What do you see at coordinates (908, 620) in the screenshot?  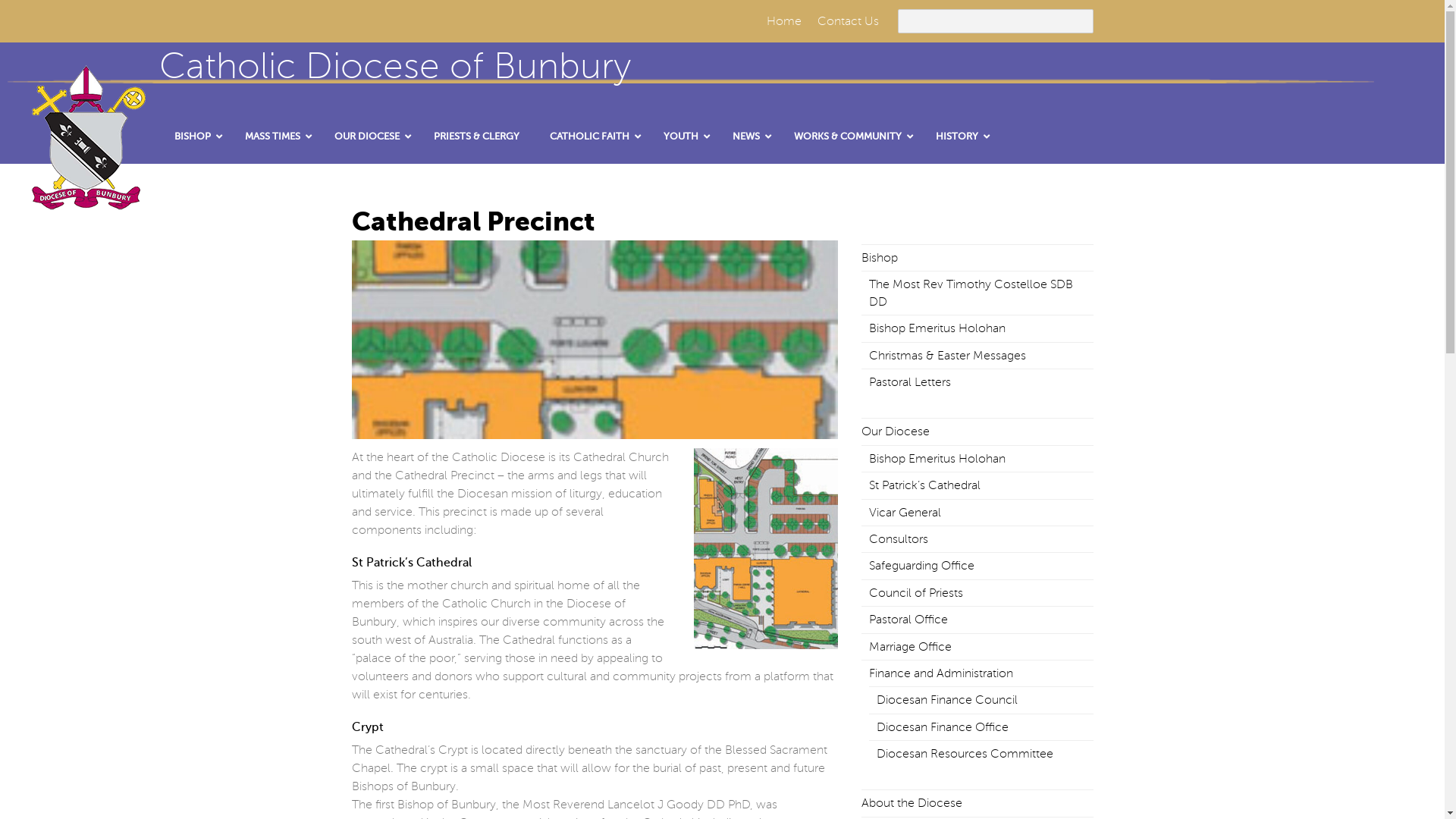 I see `'Pastoral Office'` at bounding box center [908, 620].